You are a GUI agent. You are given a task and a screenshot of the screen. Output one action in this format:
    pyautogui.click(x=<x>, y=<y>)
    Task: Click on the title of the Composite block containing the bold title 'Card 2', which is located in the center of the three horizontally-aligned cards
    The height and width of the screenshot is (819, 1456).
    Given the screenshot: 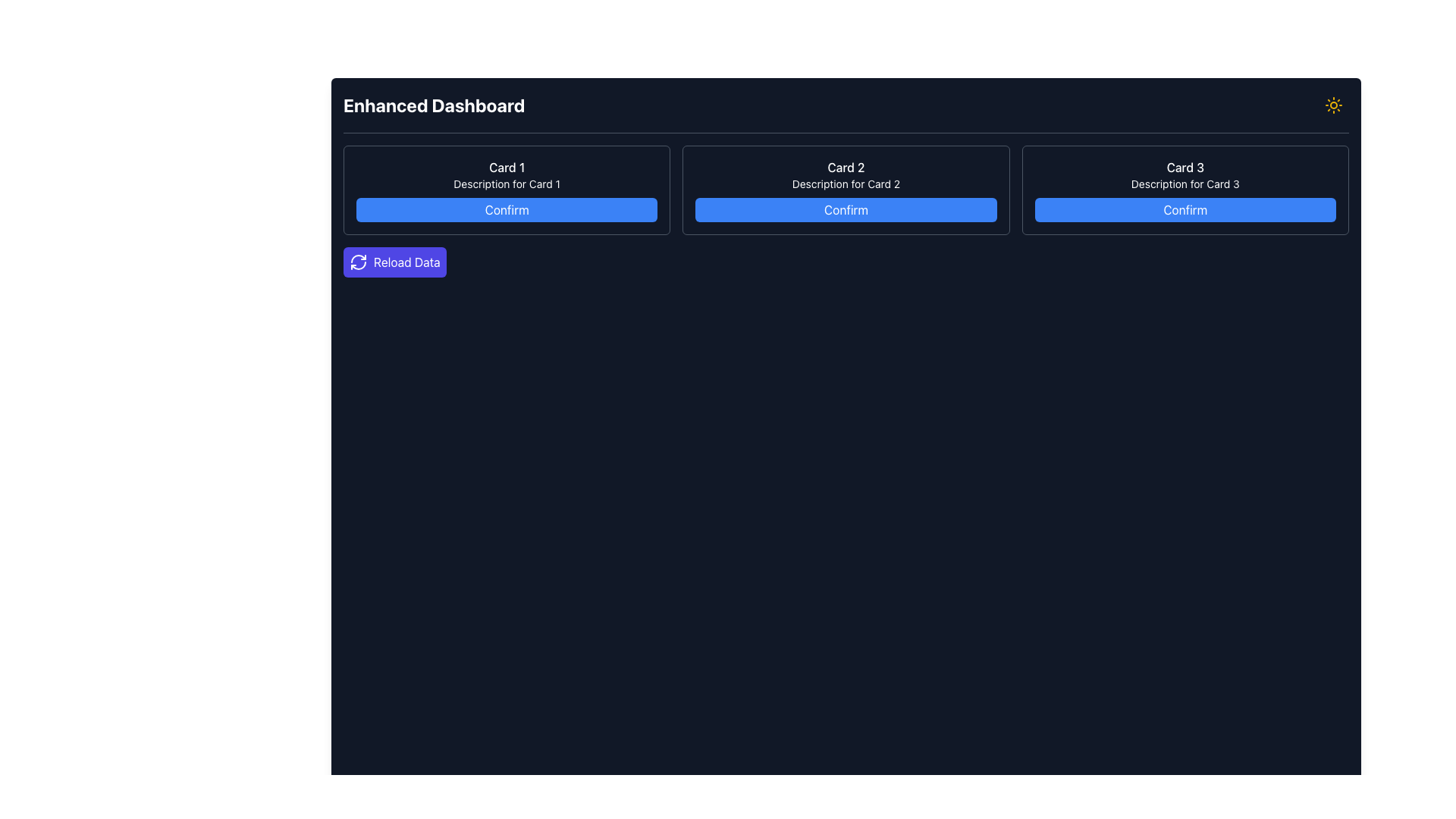 What is the action you would take?
    pyautogui.click(x=845, y=189)
    